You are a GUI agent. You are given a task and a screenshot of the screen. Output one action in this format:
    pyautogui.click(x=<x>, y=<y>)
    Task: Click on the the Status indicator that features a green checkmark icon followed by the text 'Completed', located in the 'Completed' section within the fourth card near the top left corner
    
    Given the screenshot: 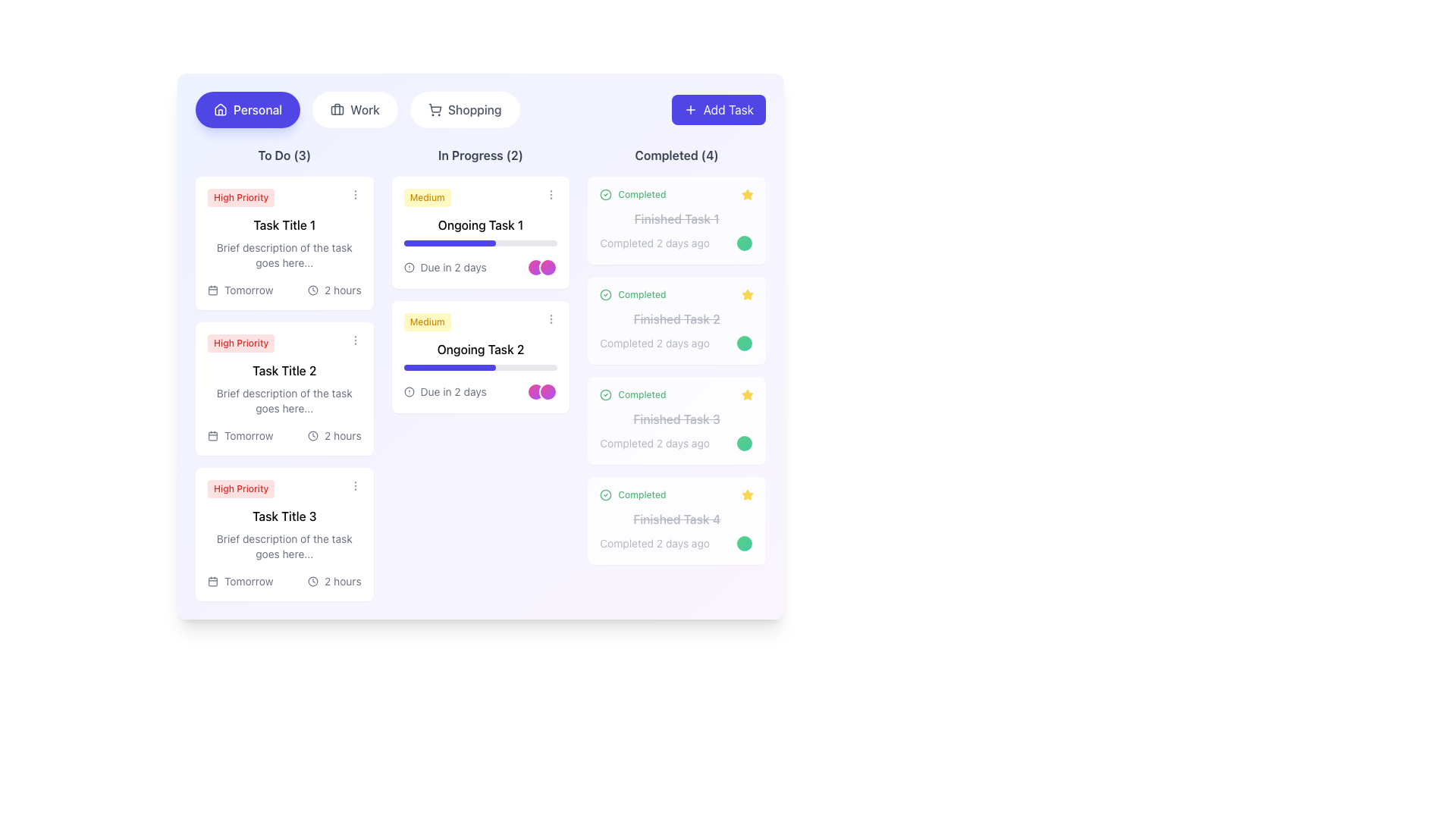 What is the action you would take?
    pyautogui.click(x=633, y=494)
    